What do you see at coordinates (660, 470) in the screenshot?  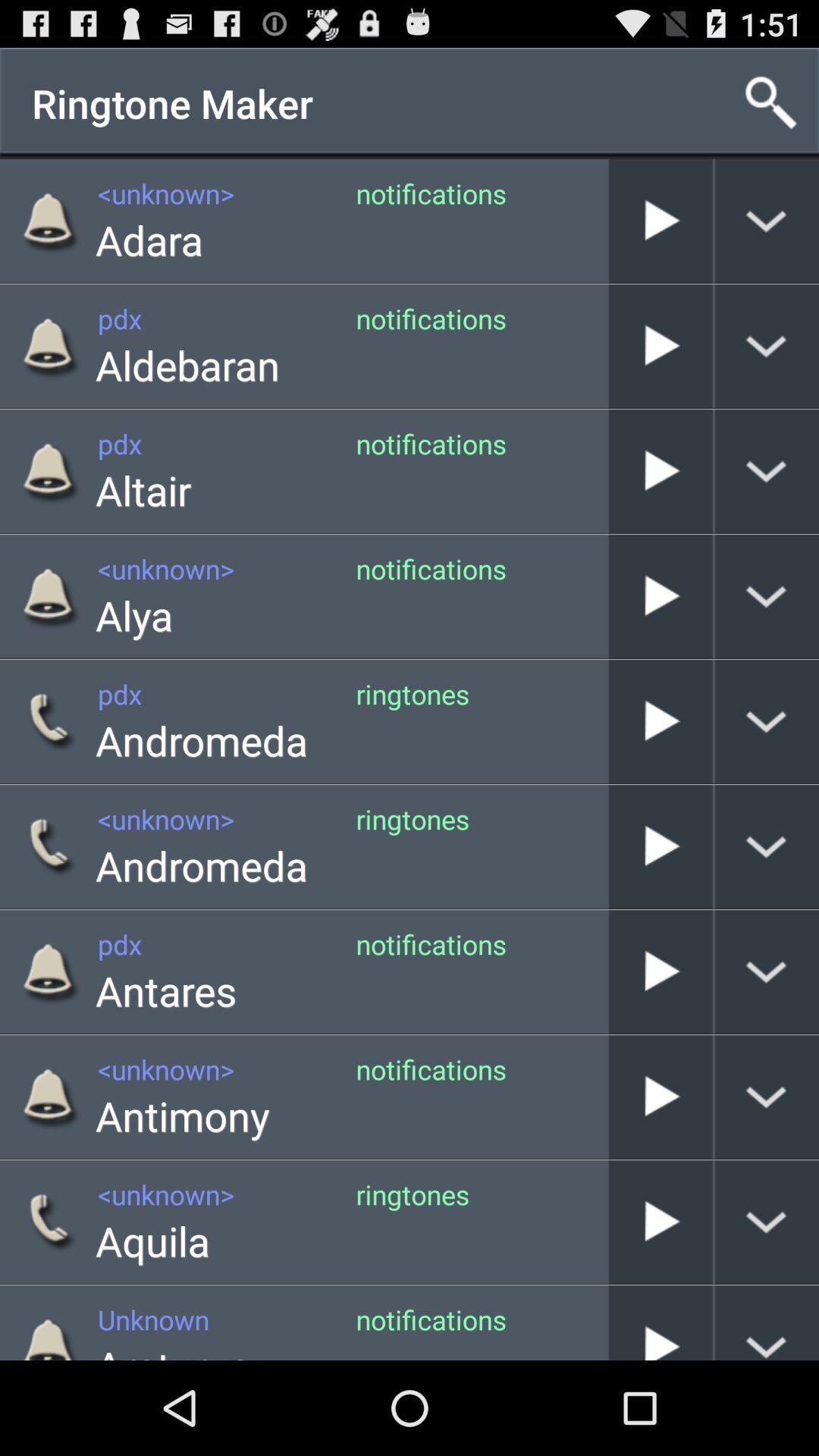 I see `selection` at bounding box center [660, 470].